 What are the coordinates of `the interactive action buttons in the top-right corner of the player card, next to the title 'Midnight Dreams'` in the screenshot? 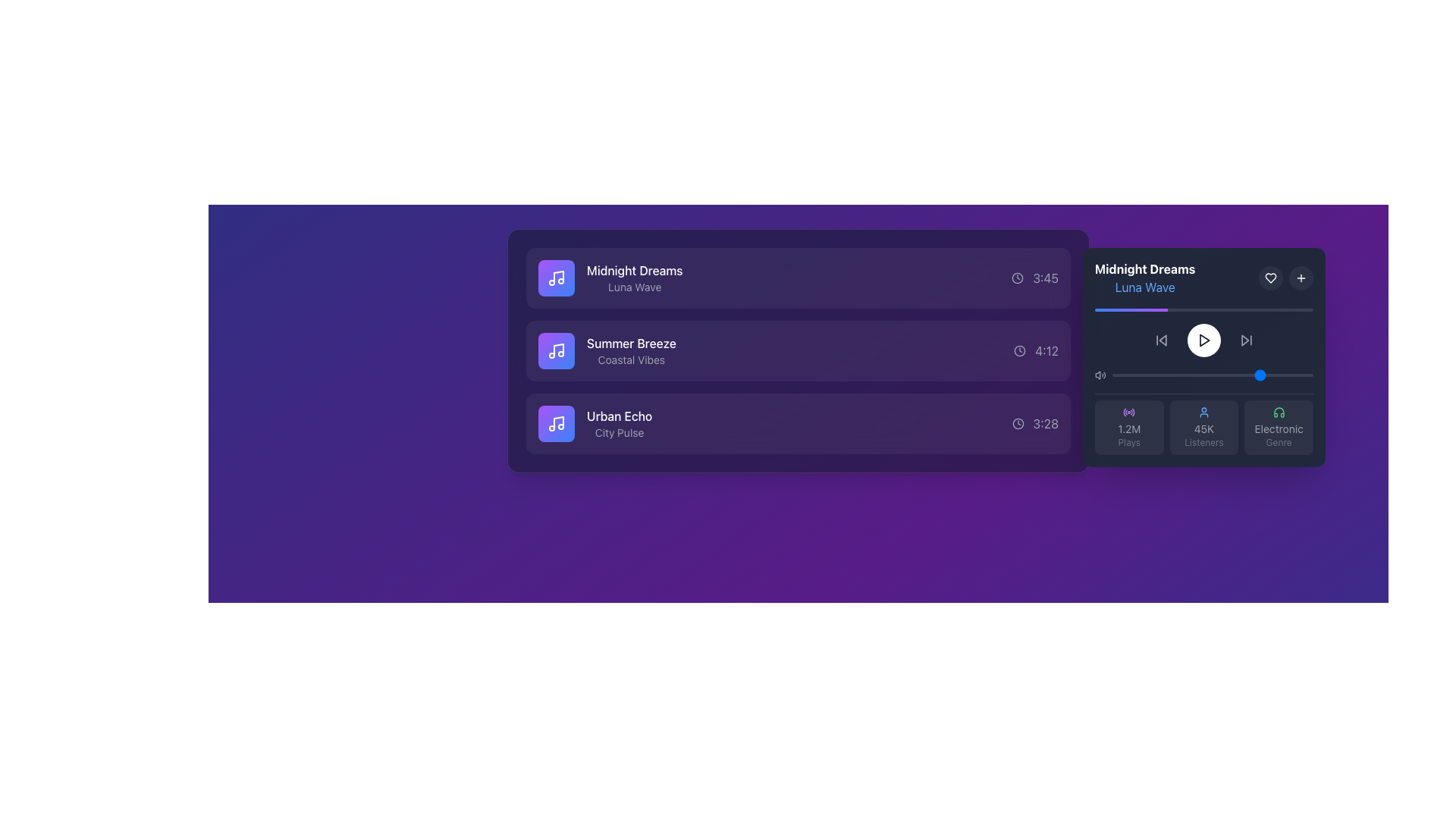 It's located at (1285, 278).